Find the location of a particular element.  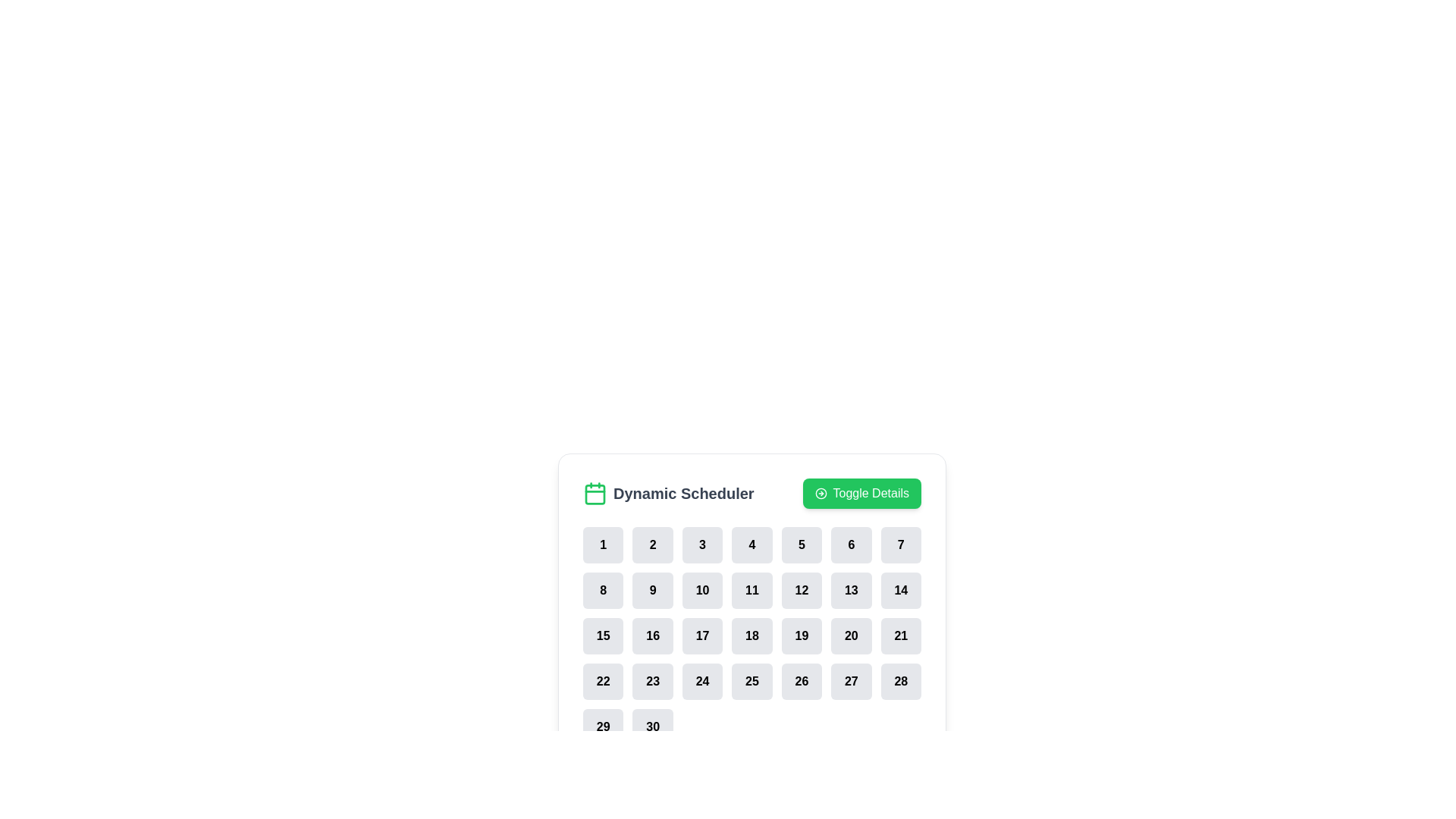

the rectangular button displaying the number '21' in bold text is located at coordinates (901, 636).